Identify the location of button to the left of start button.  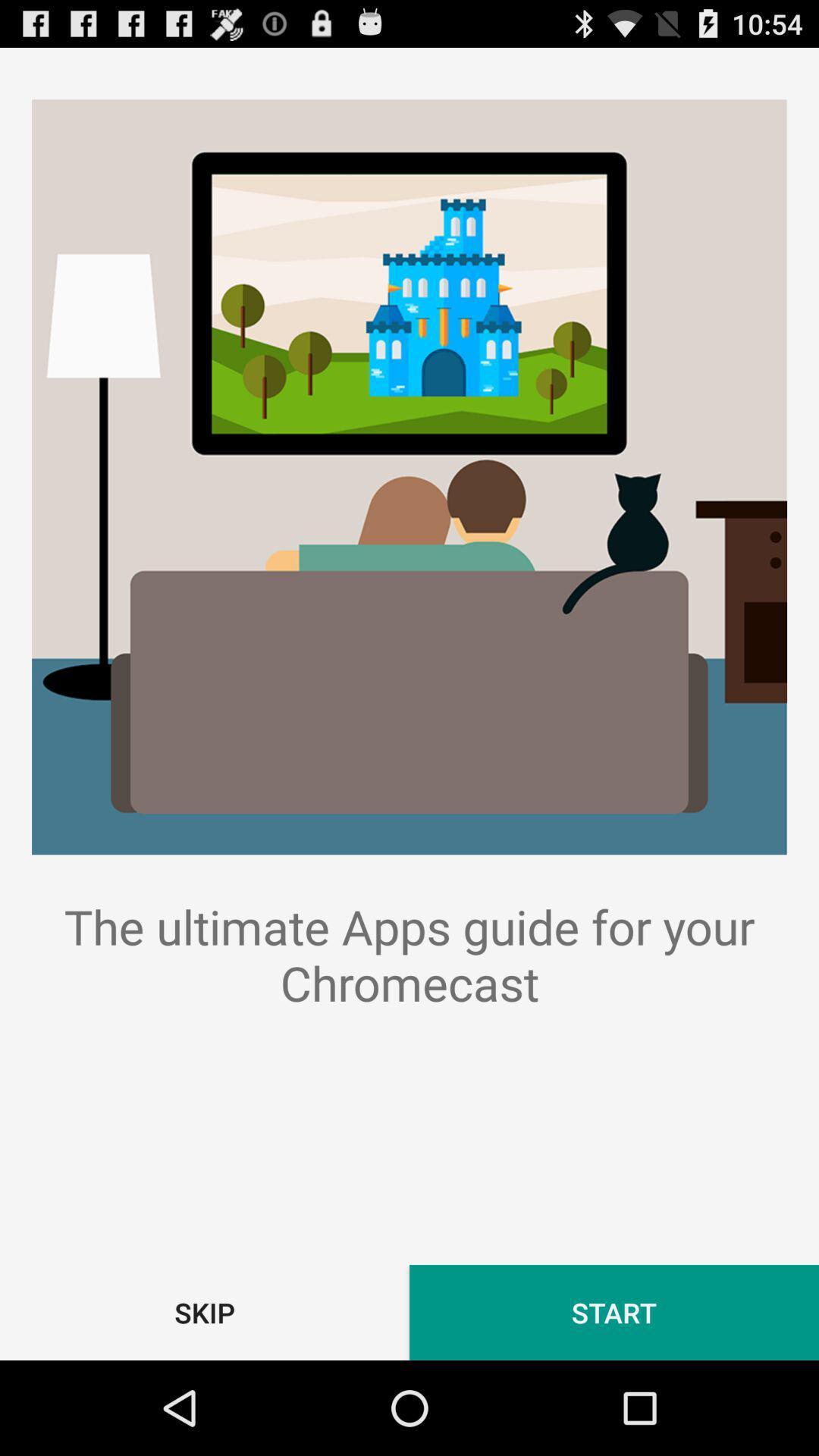
(205, 1312).